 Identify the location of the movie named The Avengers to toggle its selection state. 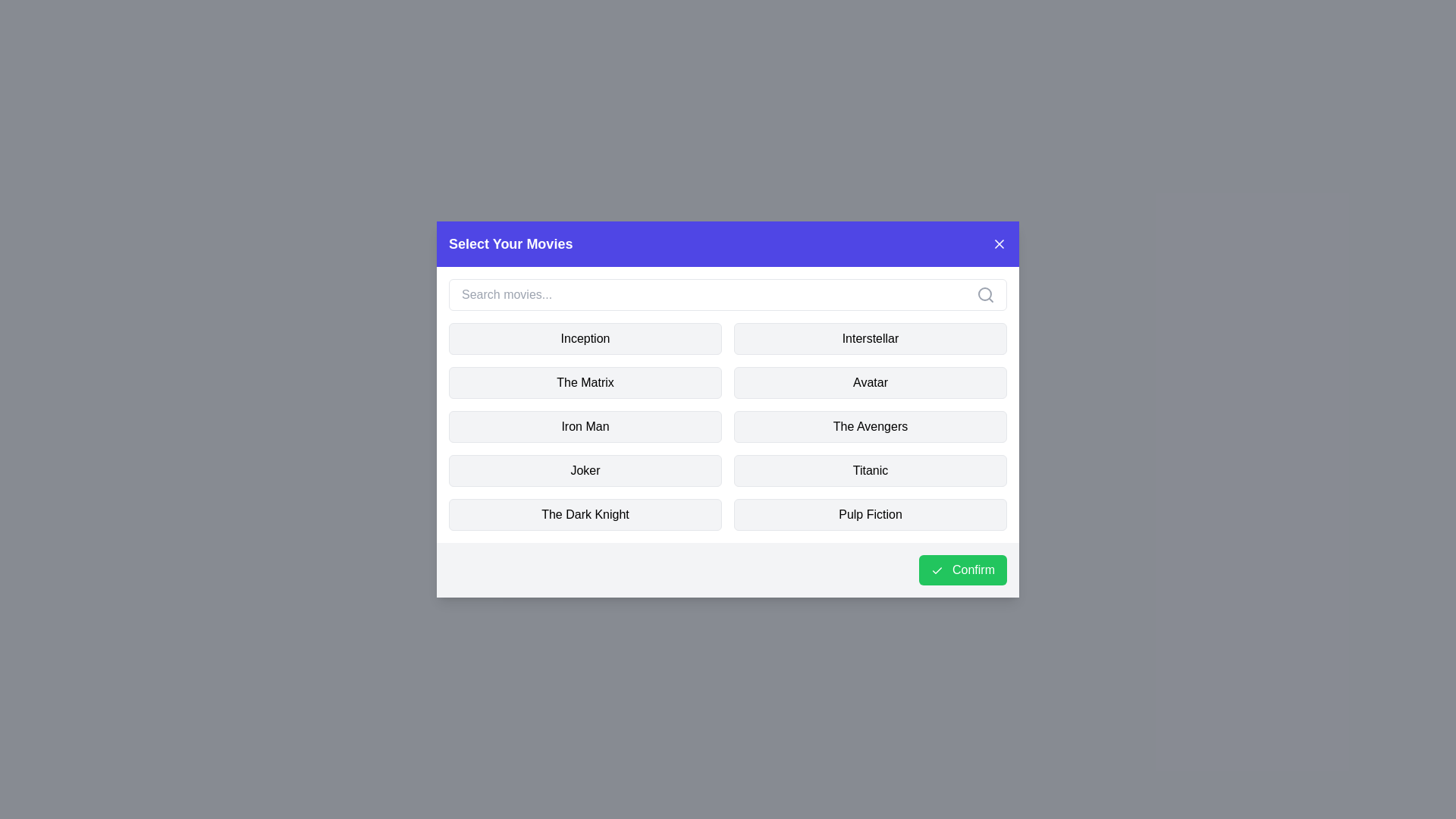
(870, 427).